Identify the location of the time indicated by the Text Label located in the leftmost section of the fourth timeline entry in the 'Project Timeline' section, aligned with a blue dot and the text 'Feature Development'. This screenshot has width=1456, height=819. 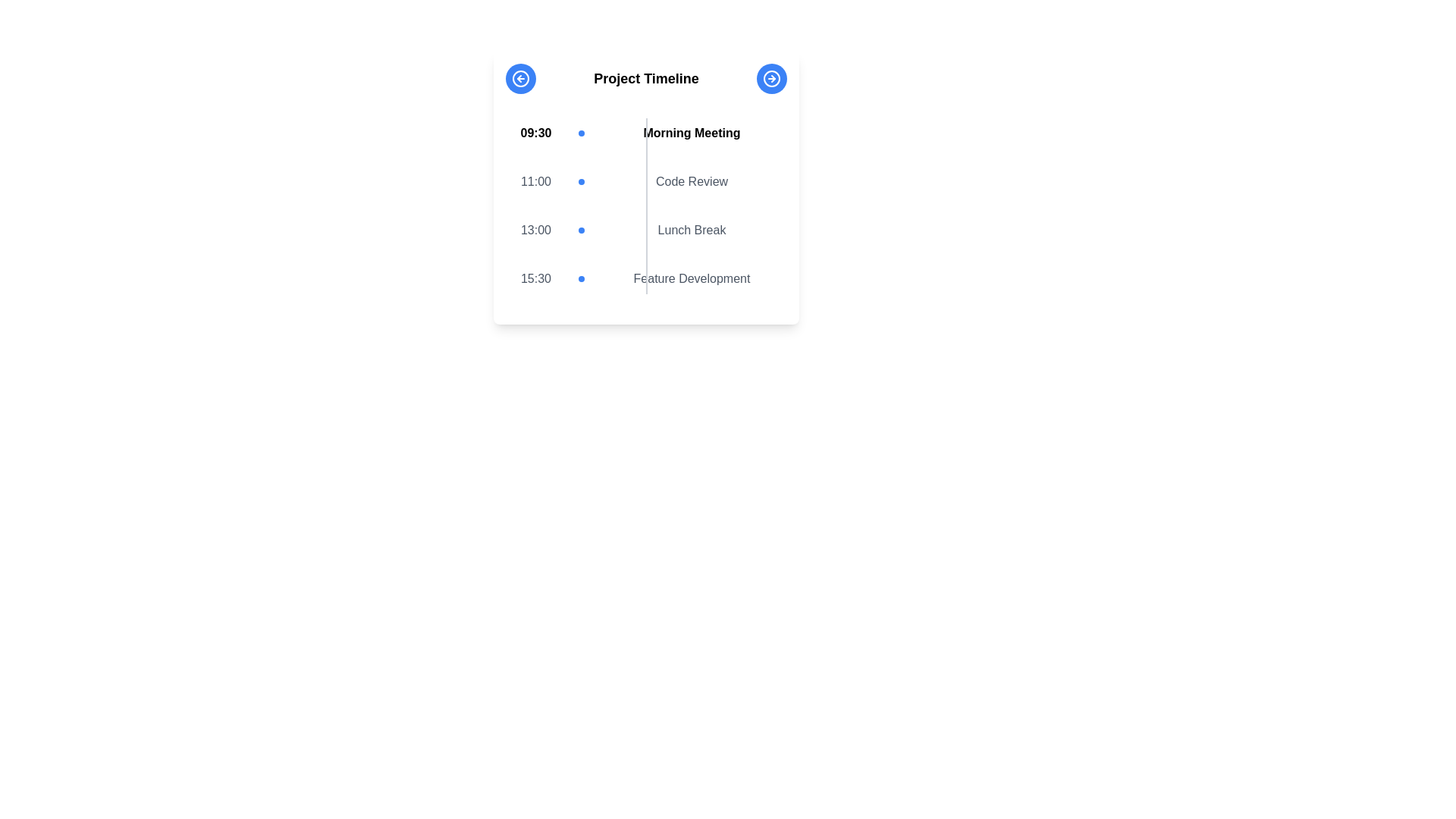
(535, 278).